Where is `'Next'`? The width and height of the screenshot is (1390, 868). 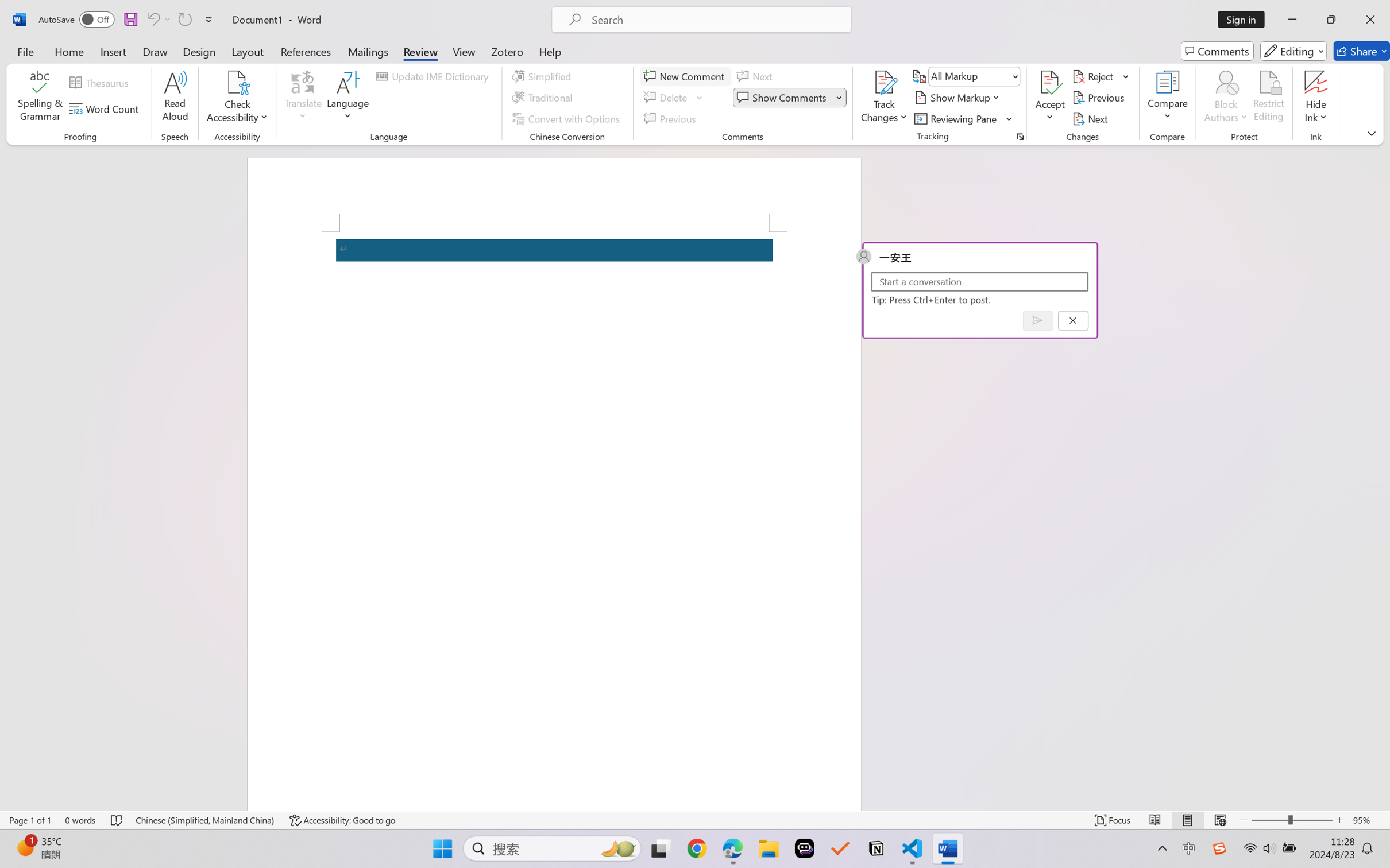 'Next' is located at coordinates (1091, 119).